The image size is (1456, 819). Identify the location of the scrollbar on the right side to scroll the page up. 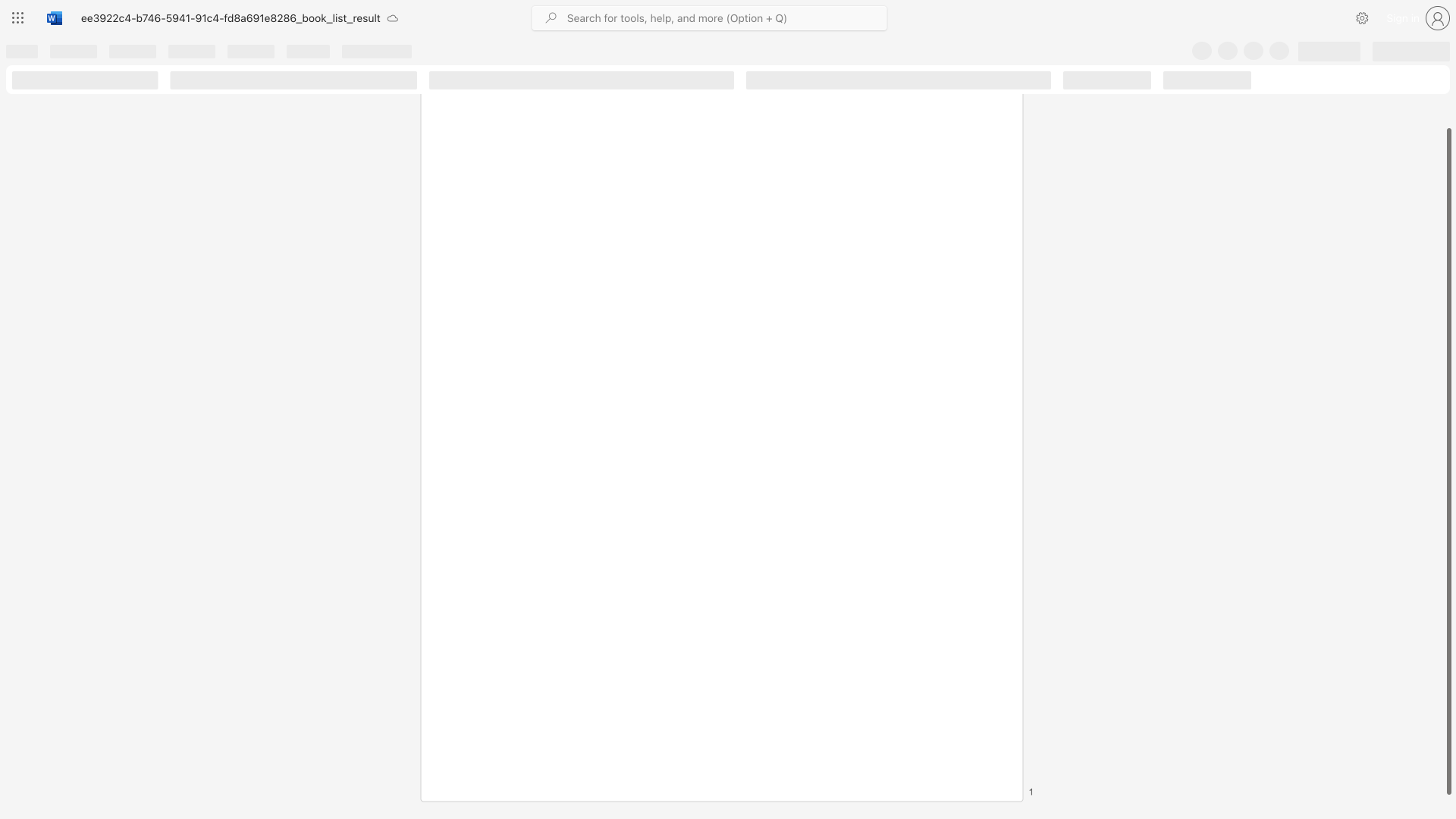
(1448, 90).